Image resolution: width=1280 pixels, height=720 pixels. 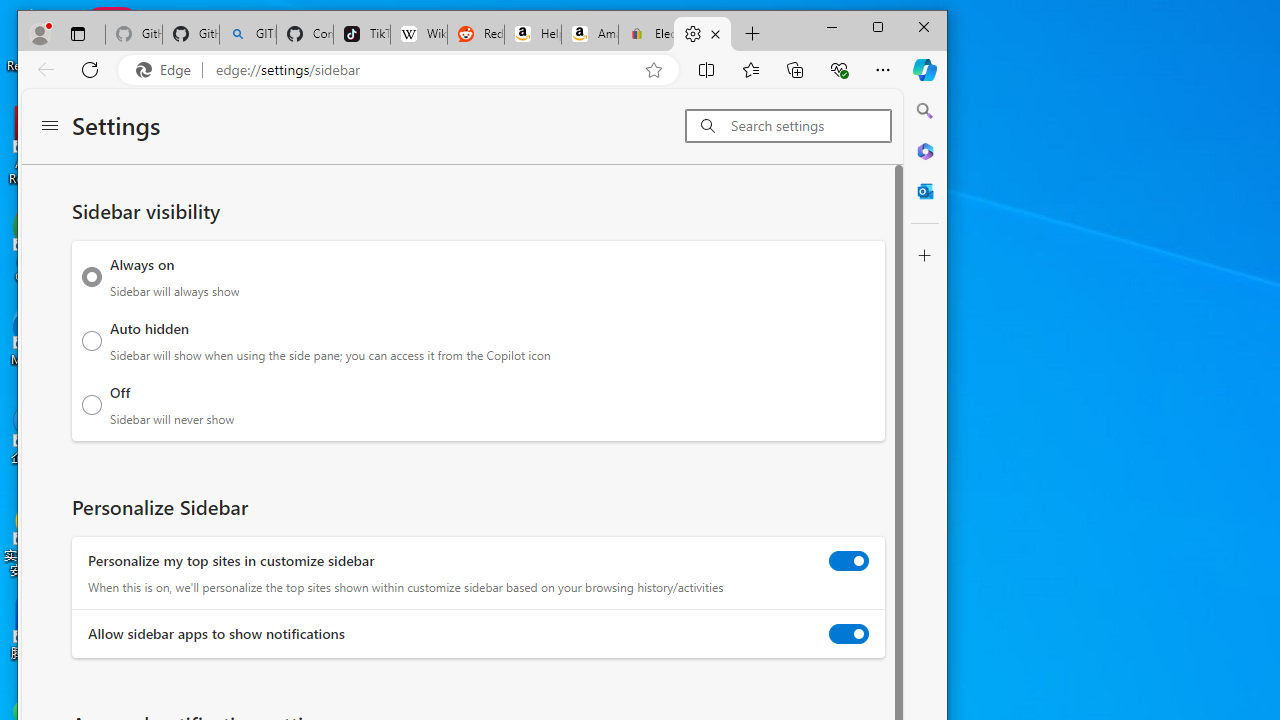 What do you see at coordinates (589, 34) in the screenshot?
I see `'Amazon.com: Deals'` at bounding box center [589, 34].